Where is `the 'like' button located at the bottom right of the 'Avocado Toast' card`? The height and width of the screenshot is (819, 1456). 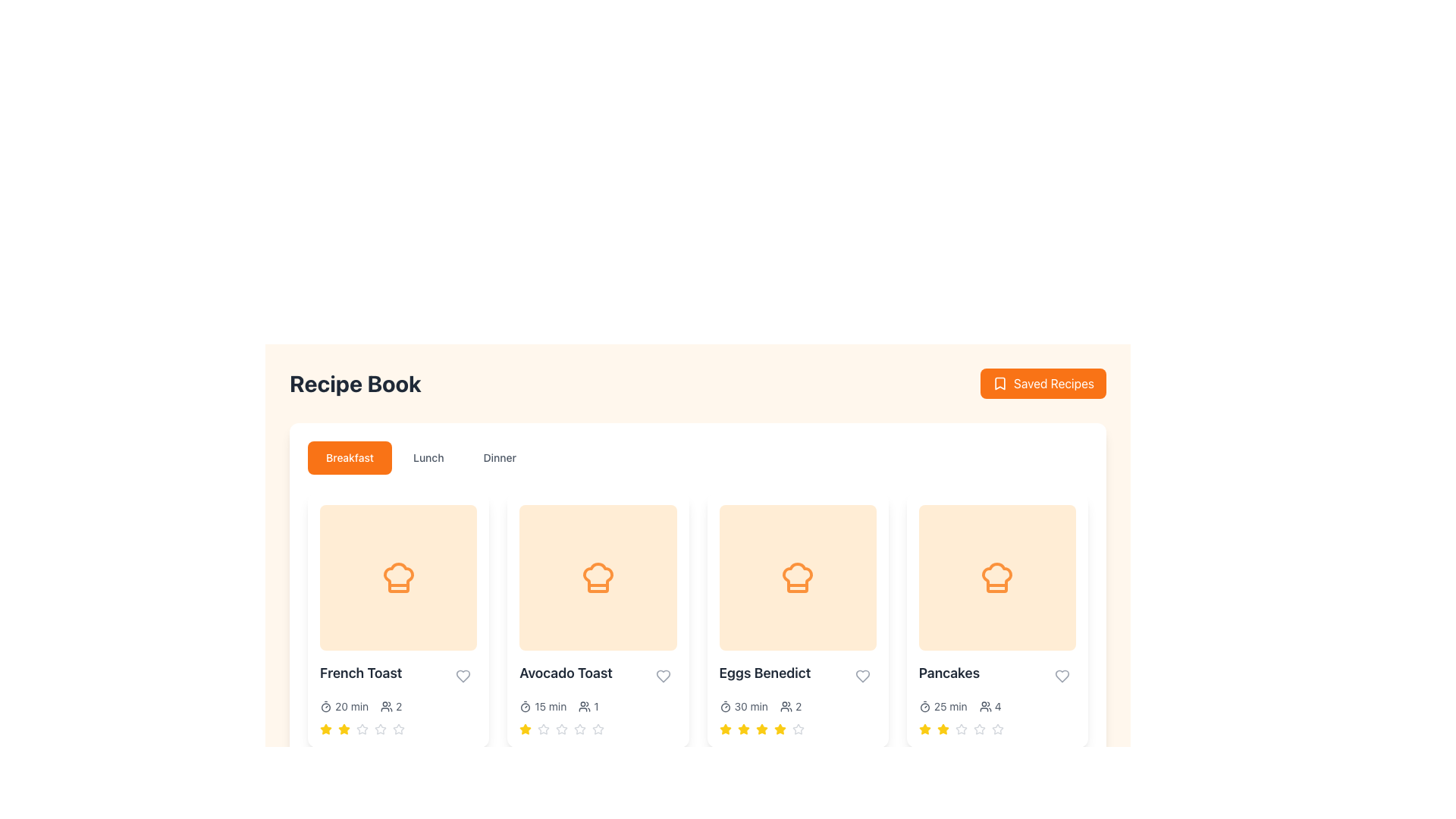
the 'like' button located at the bottom right of the 'Avocado Toast' card is located at coordinates (663, 675).